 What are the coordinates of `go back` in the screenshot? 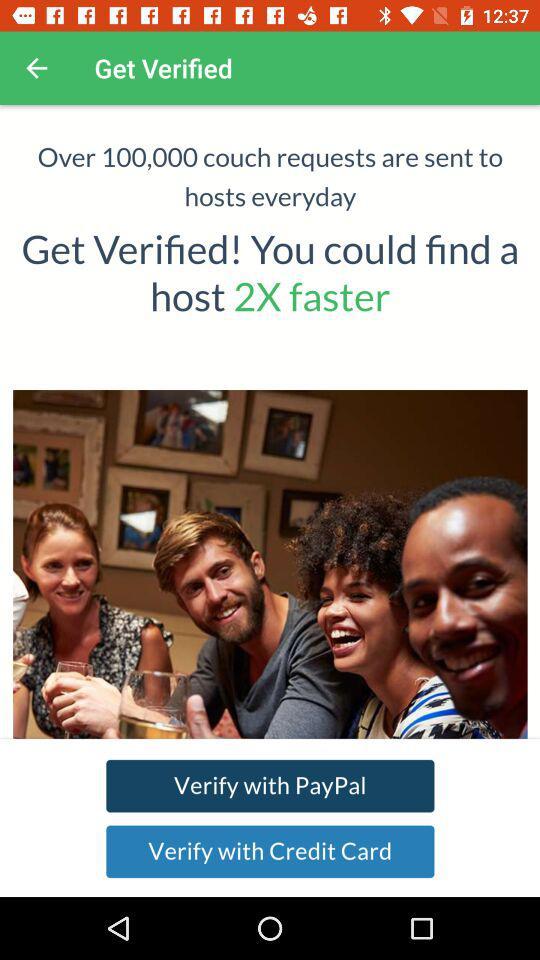 It's located at (36, 68).